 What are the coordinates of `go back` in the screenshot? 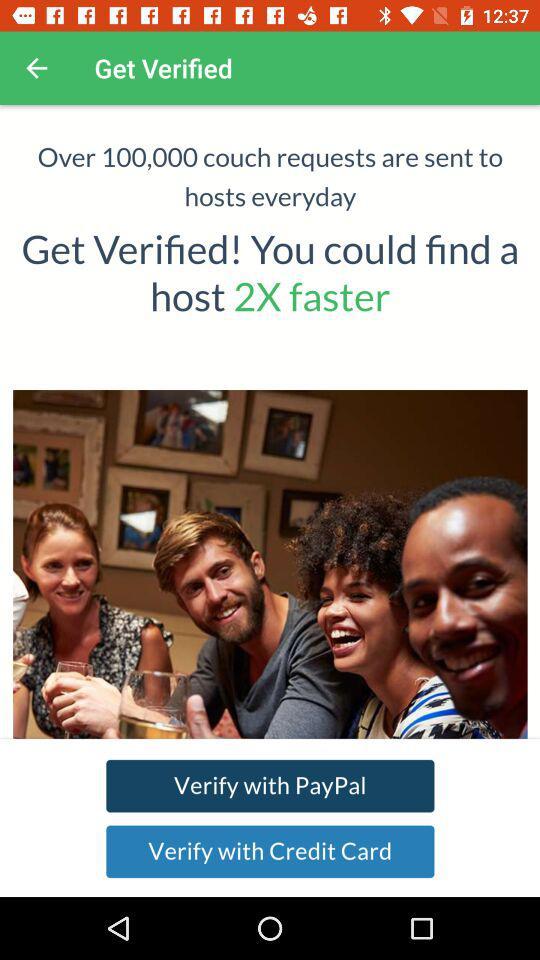 It's located at (36, 68).